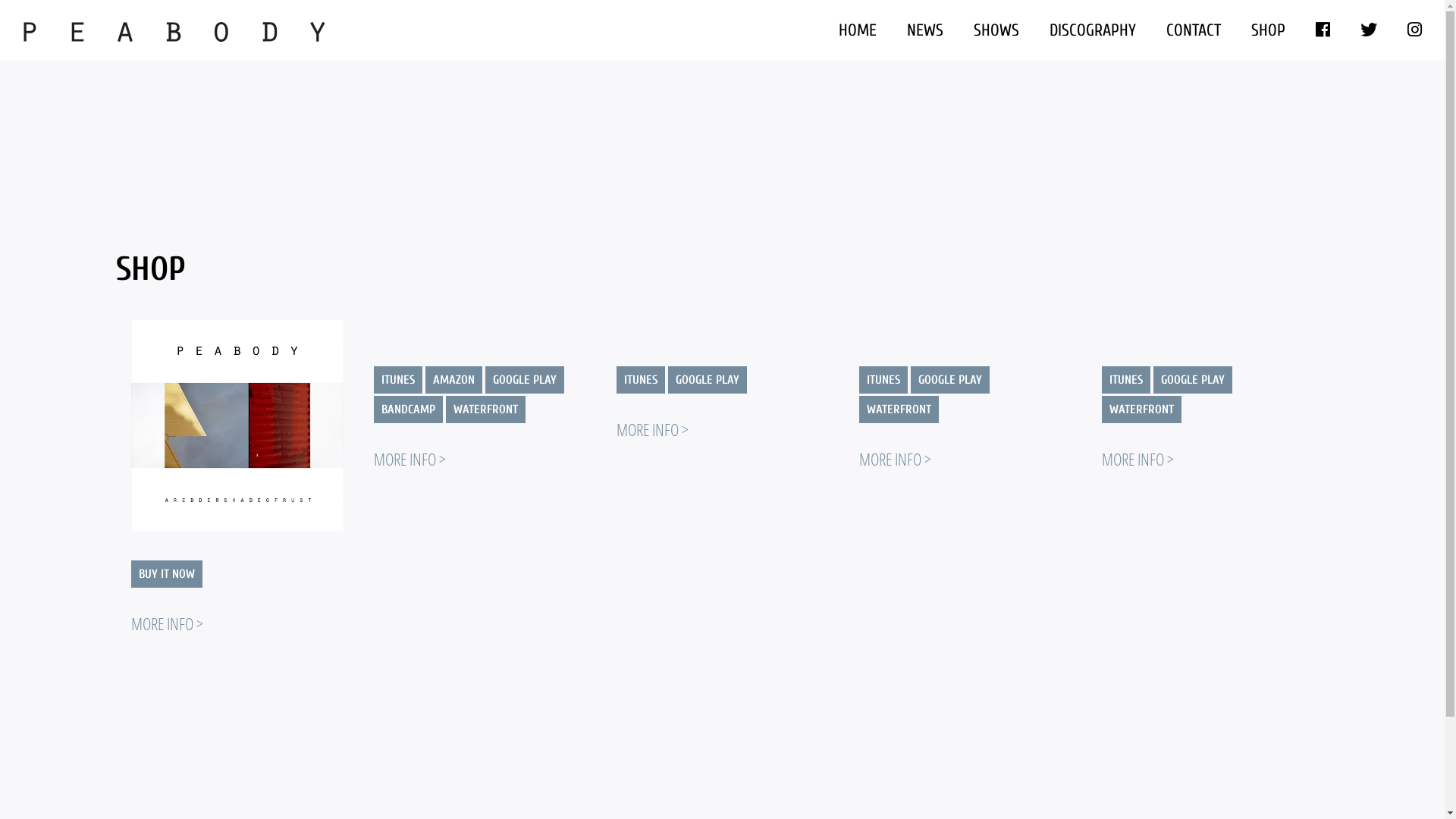  Describe the element at coordinates (949, 379) in the screenshot. I see `'GOOGLE PLAY'` at that location.